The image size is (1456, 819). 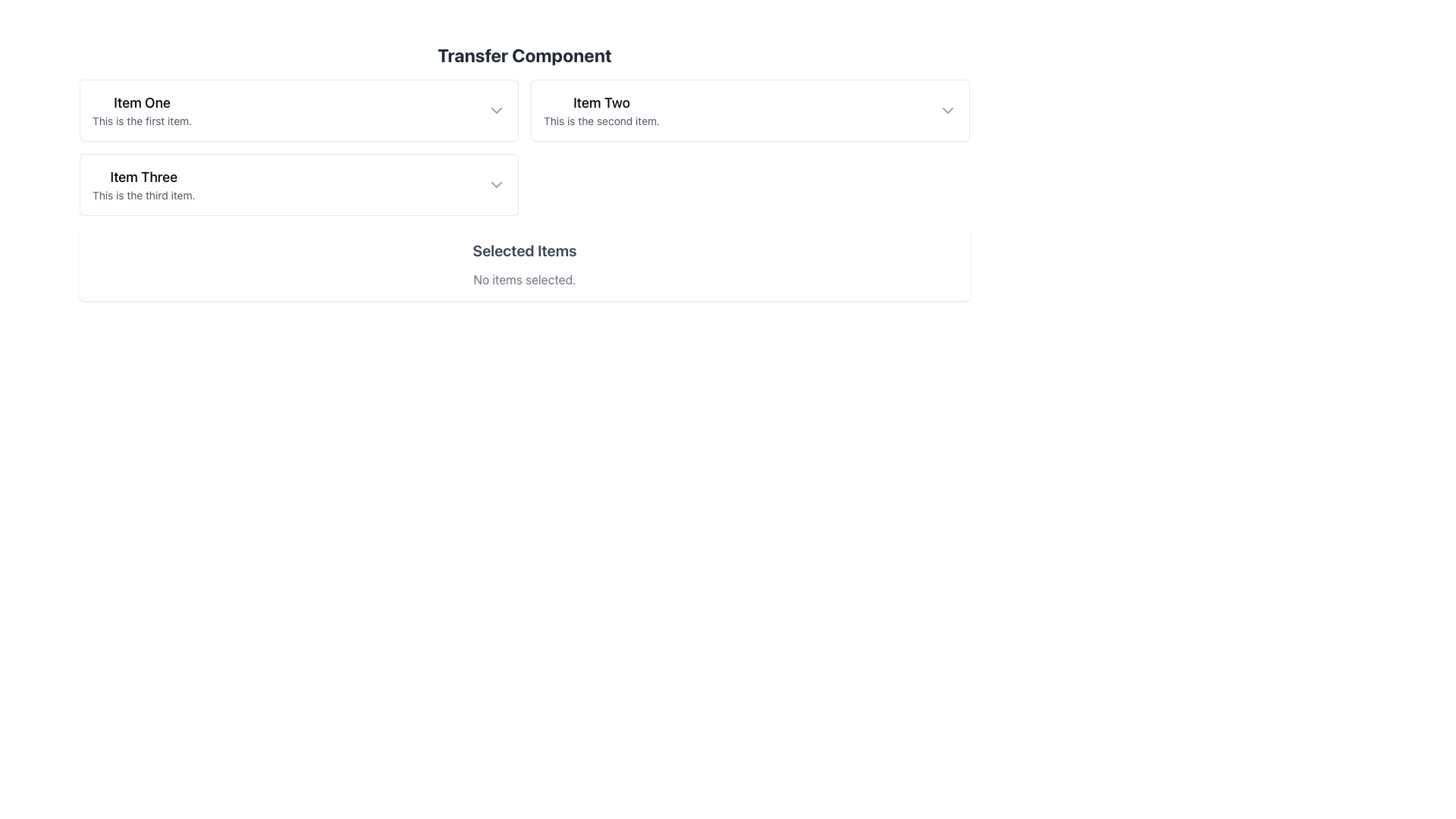 I want to click on the descriptive text 'This is the second item.' located below the title 'Item Two' in the 'Transfer Component' section, so click(x=601, y=120).